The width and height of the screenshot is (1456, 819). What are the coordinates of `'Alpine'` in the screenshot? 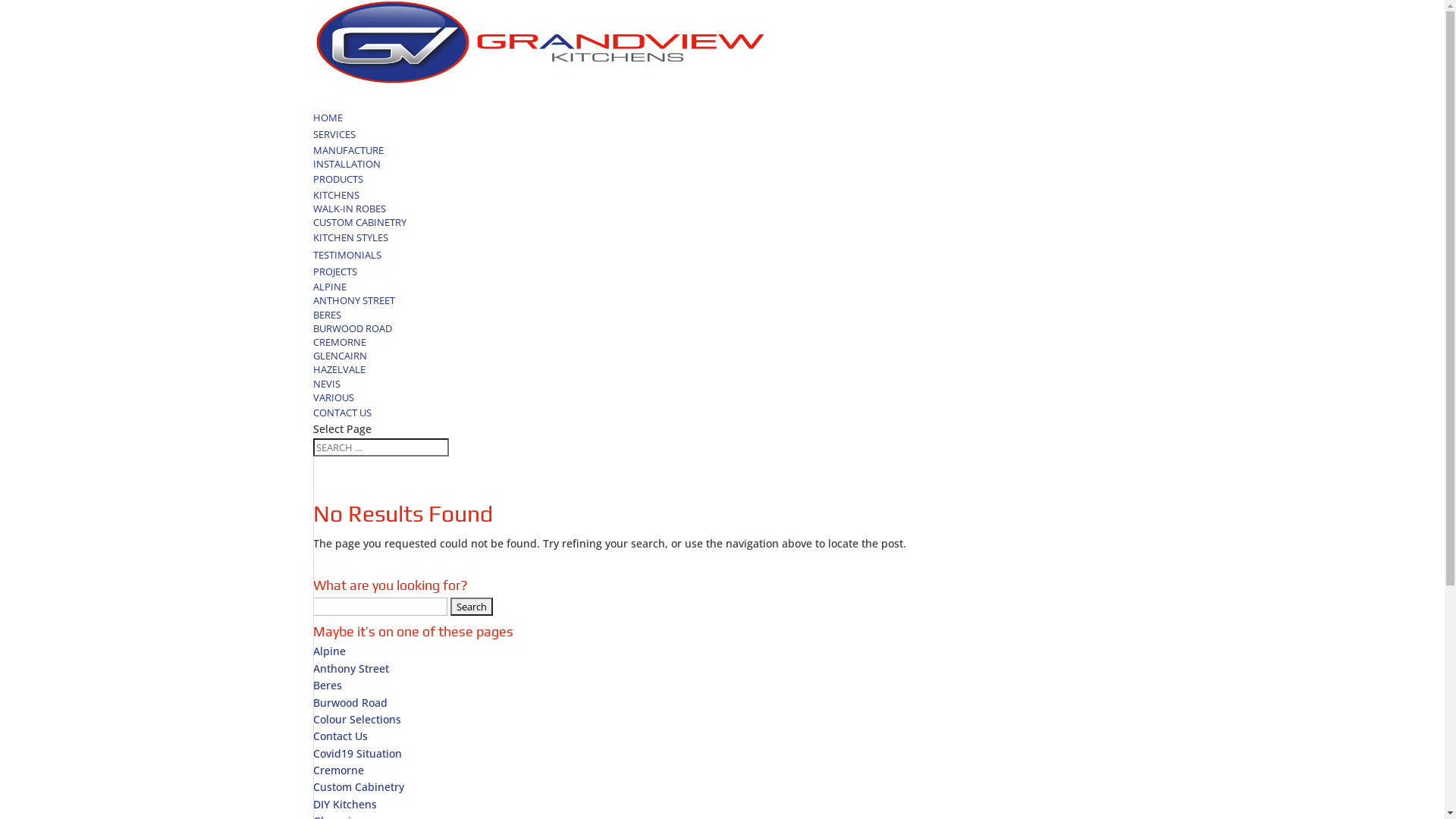 It's located at (312, 650).